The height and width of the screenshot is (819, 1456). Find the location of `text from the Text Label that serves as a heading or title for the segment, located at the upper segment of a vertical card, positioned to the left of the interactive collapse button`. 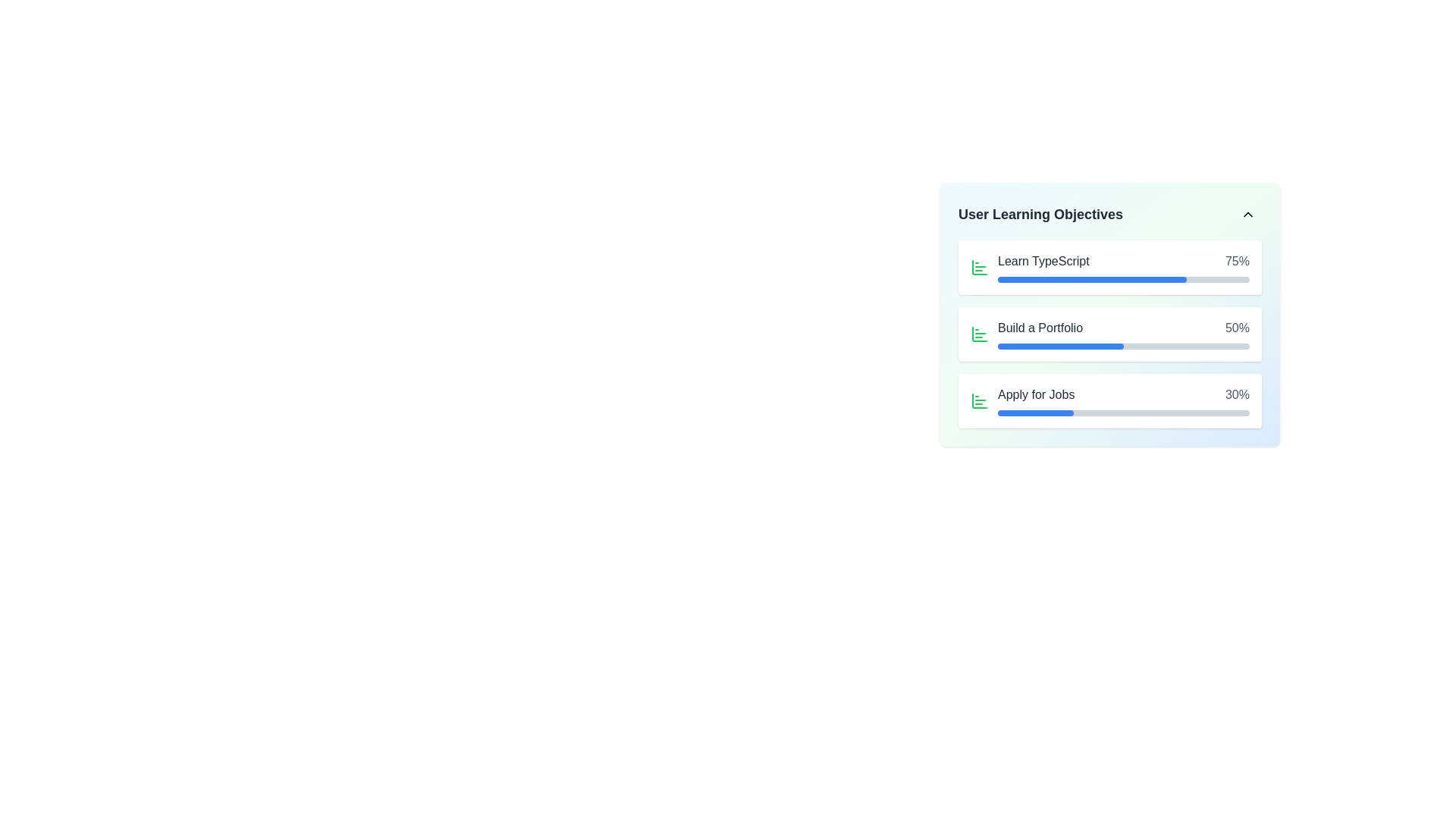

text from the Text Label that serves as a heading or title for the segment, located at the upper segment of a vertical card, positioned to the left of the interactive collapse button is located at coordinates (1040, 214).